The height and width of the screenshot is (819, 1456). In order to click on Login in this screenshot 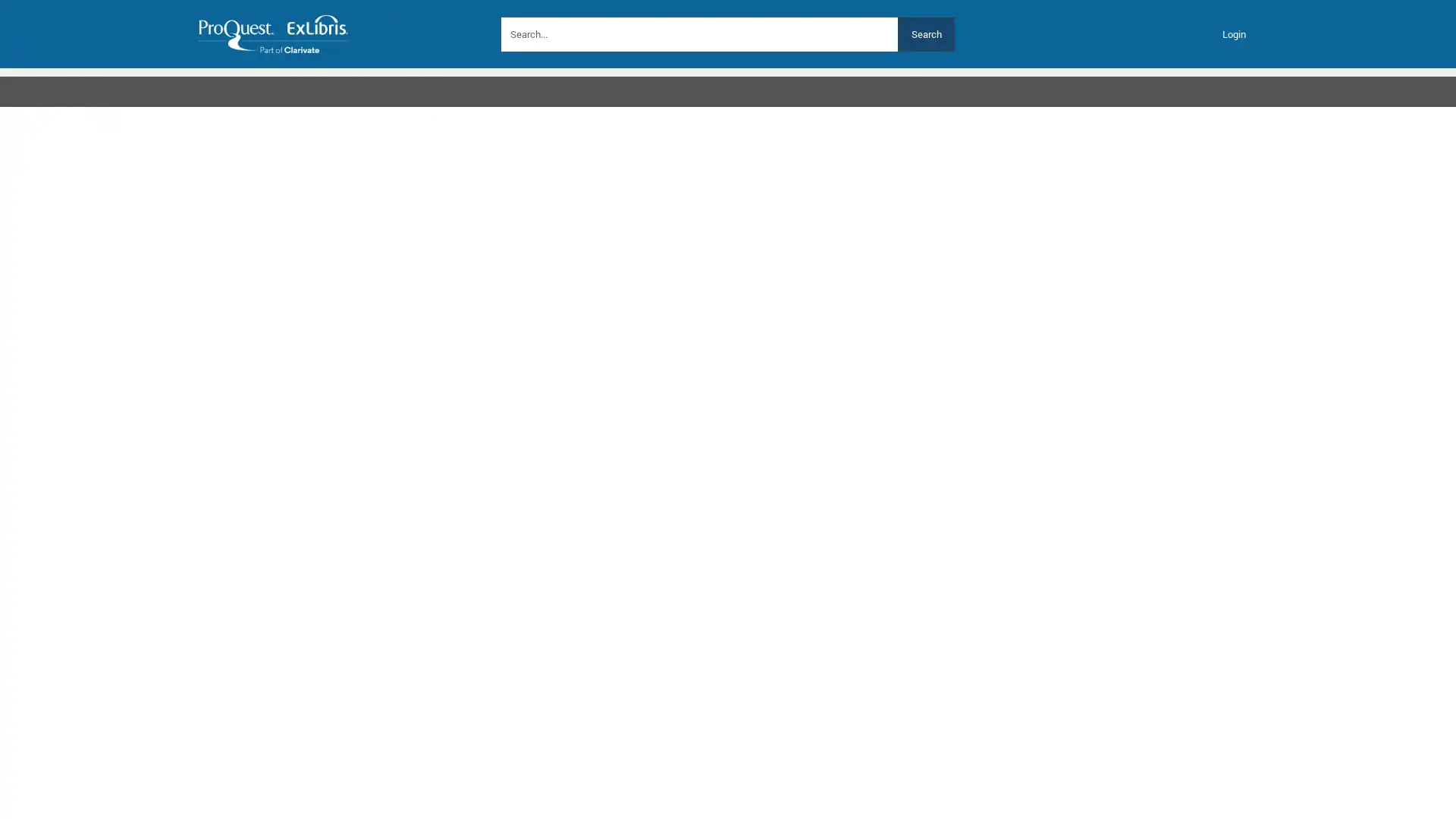, I will do `click(1234, 34)`.